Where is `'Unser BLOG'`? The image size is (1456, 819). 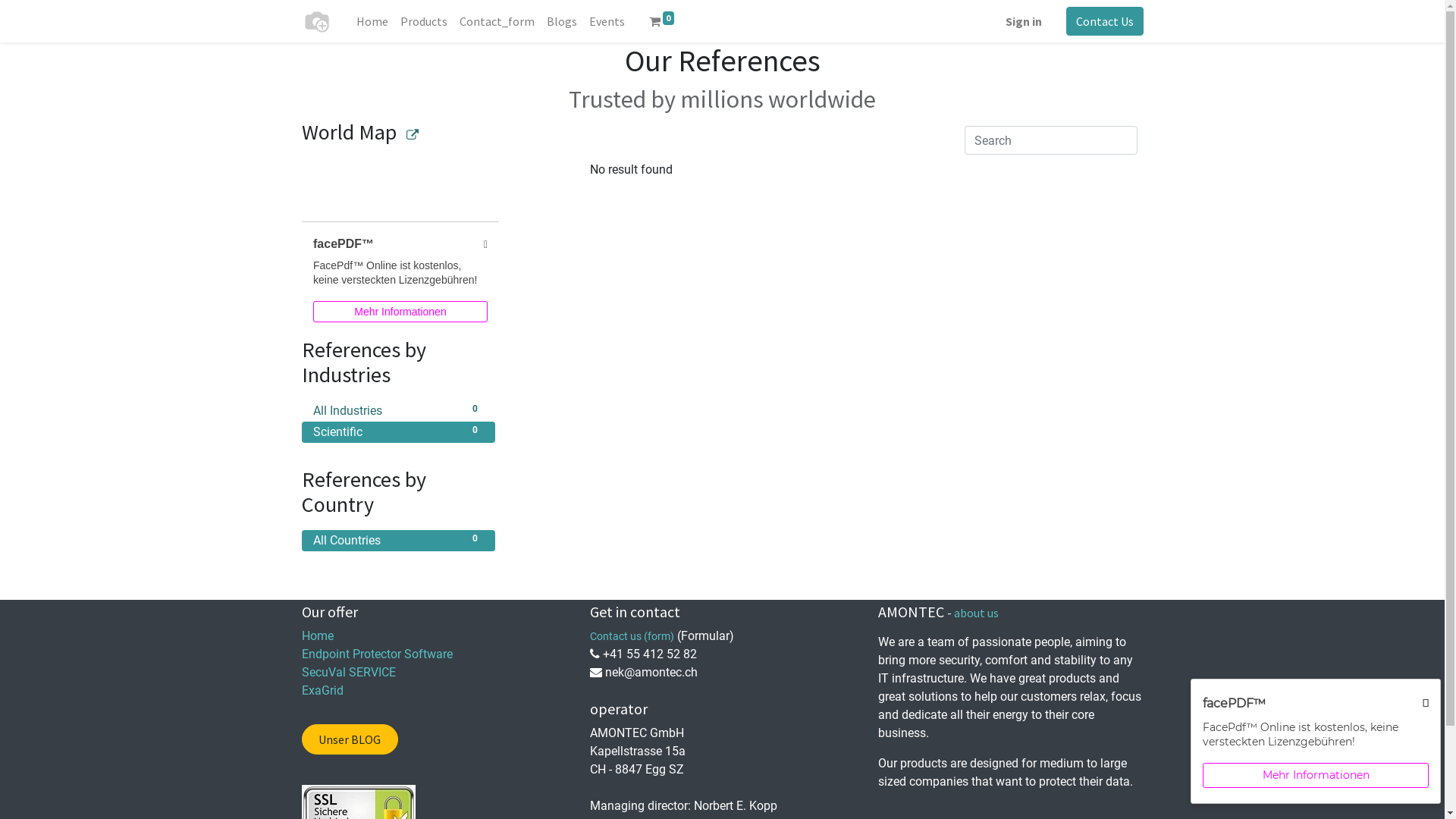 'Unser BLOG' is located at coordinates (349, 739).